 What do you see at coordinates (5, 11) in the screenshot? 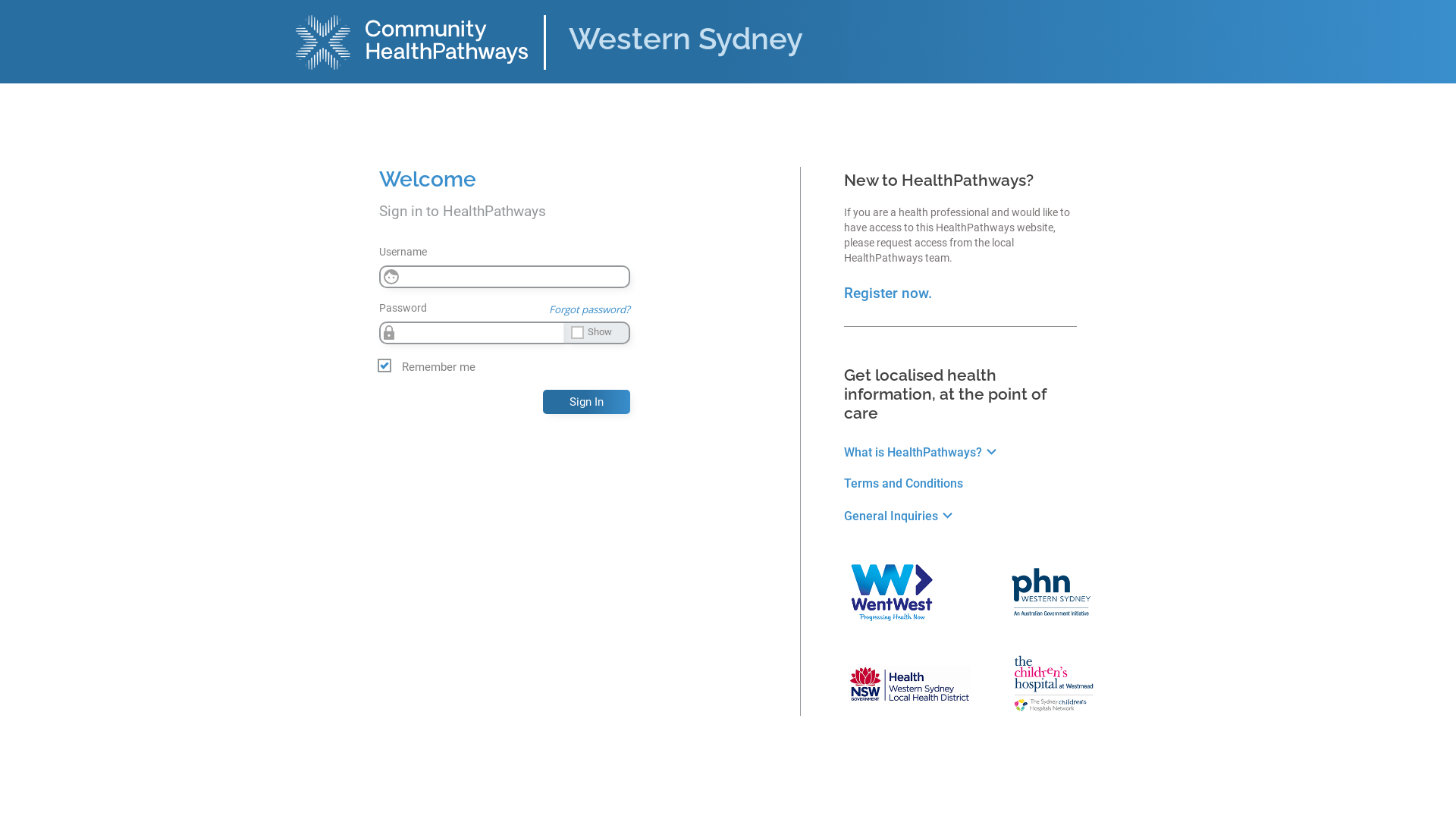
I see `'on'` at bounding box center [5, 11].